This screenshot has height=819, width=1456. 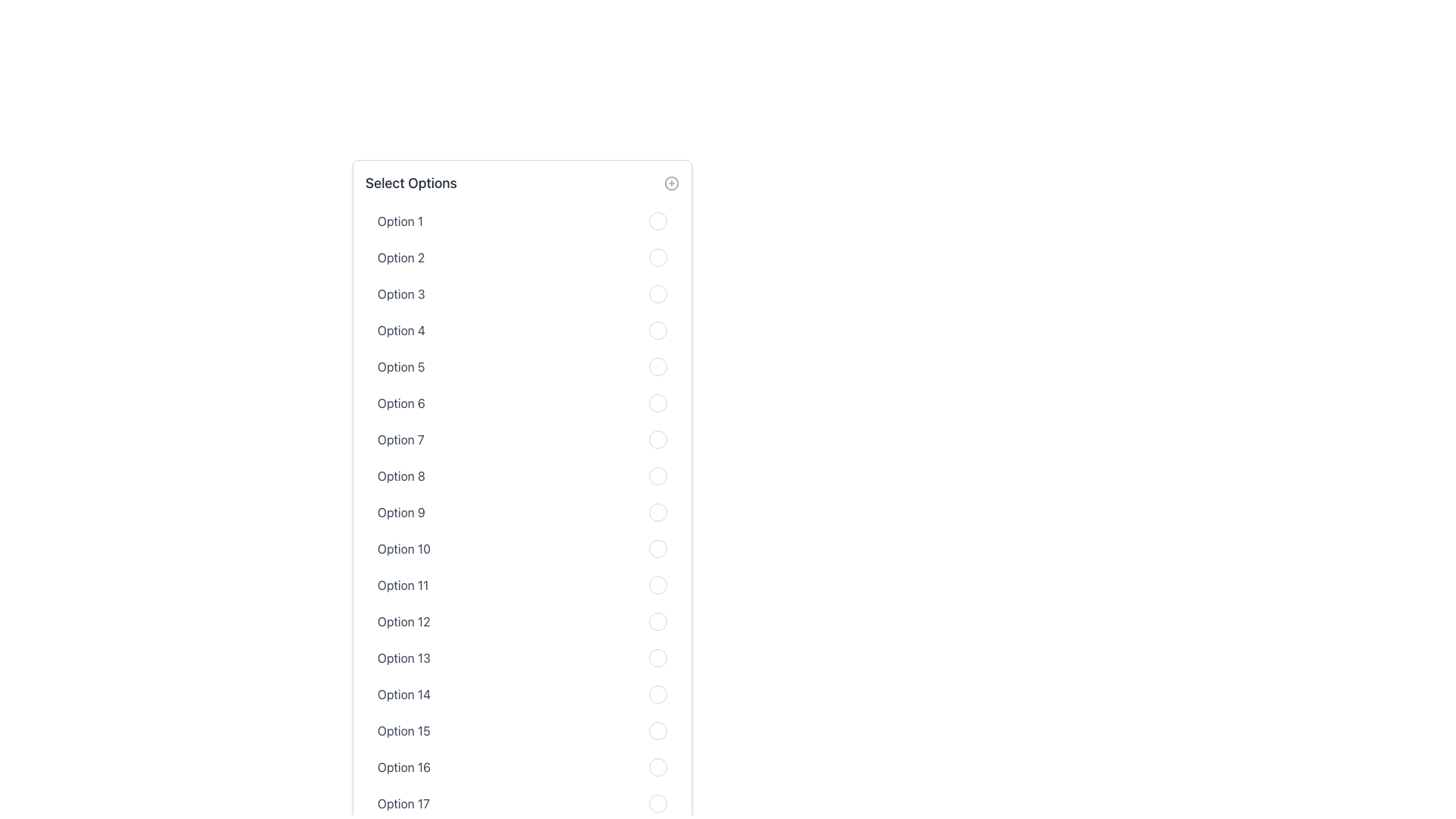 I want to click on the button/icon located at the top-right corner of the 'Select Options' section, so click(x=671, y=183).